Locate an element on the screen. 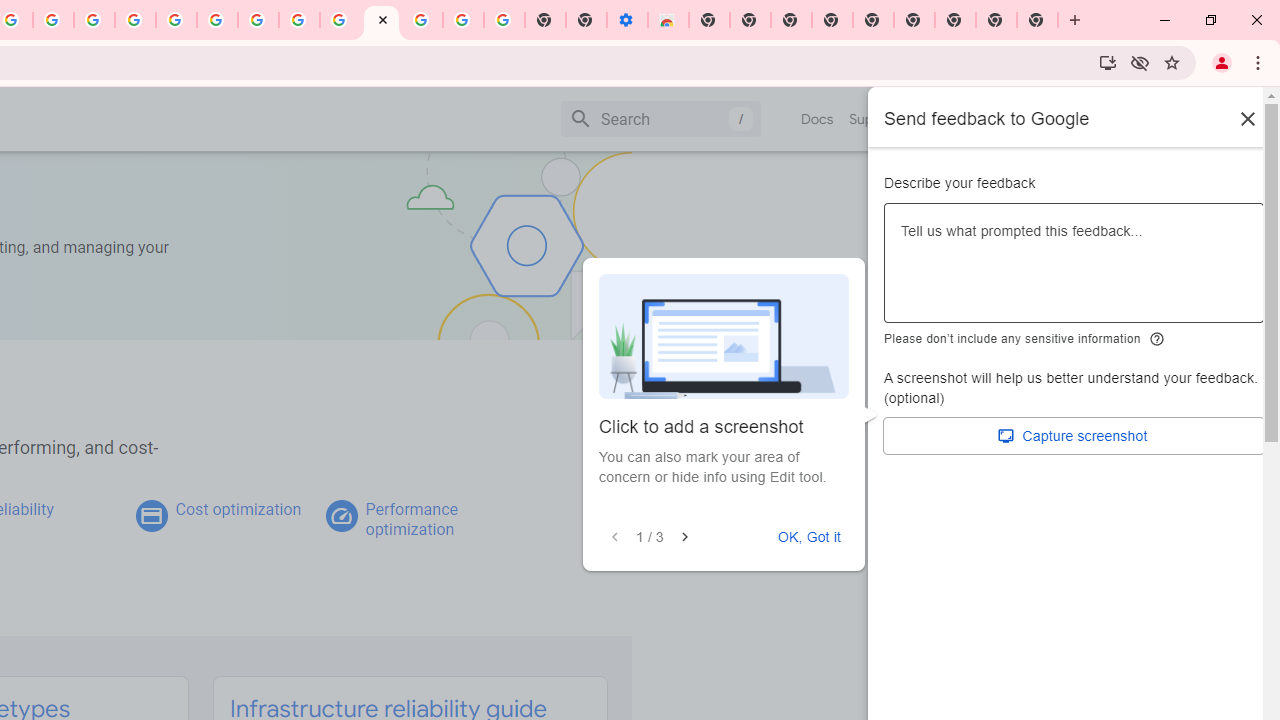  'Google Account Help' is located at coordinates (217, 20).